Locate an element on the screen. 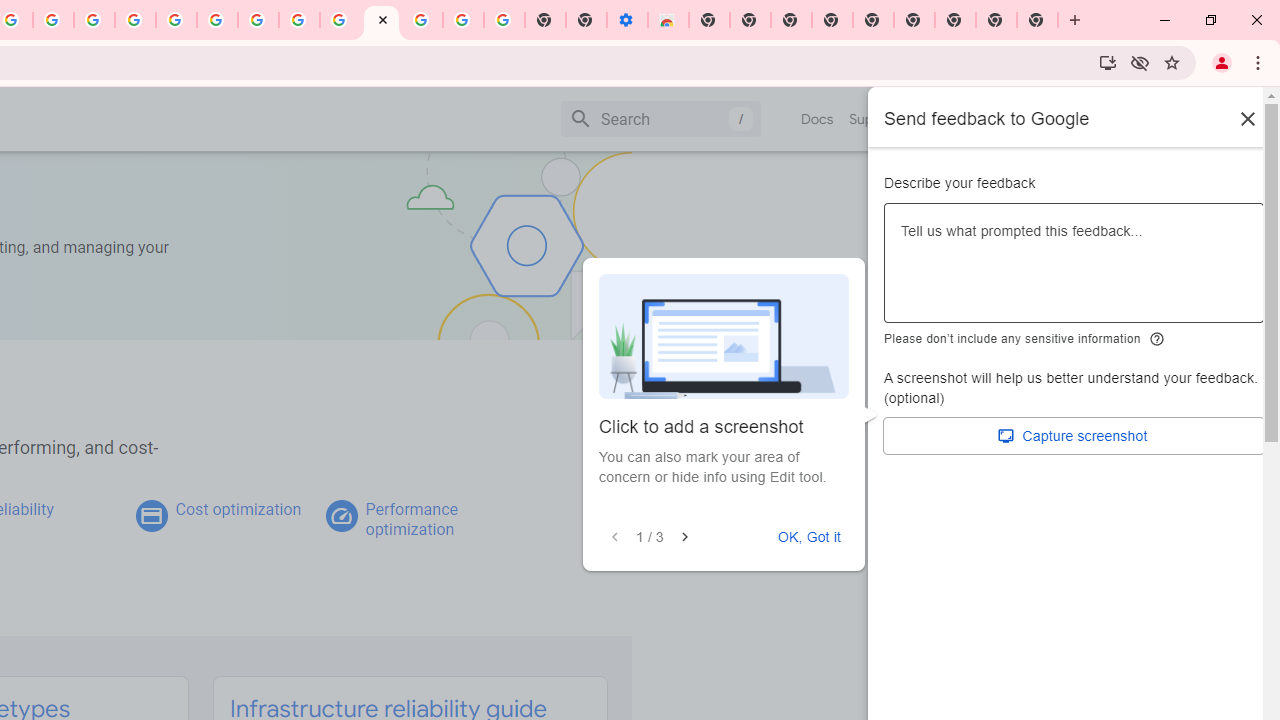  'Google Account Help' is located at coordinates (217, 20).